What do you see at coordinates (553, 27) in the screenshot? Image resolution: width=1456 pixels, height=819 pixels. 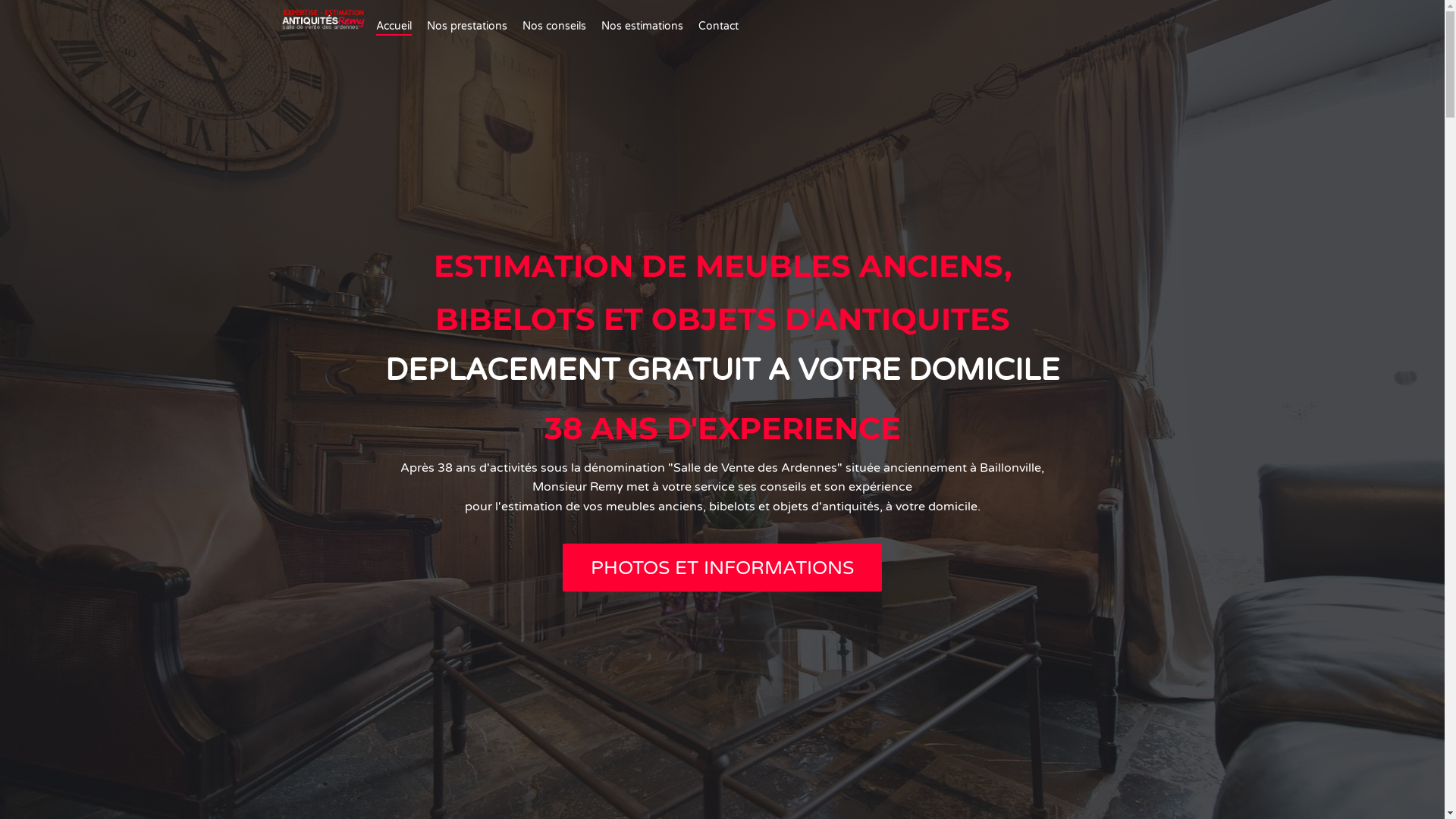 I see `'Nos conseils'` at bounding box center [553, 27].